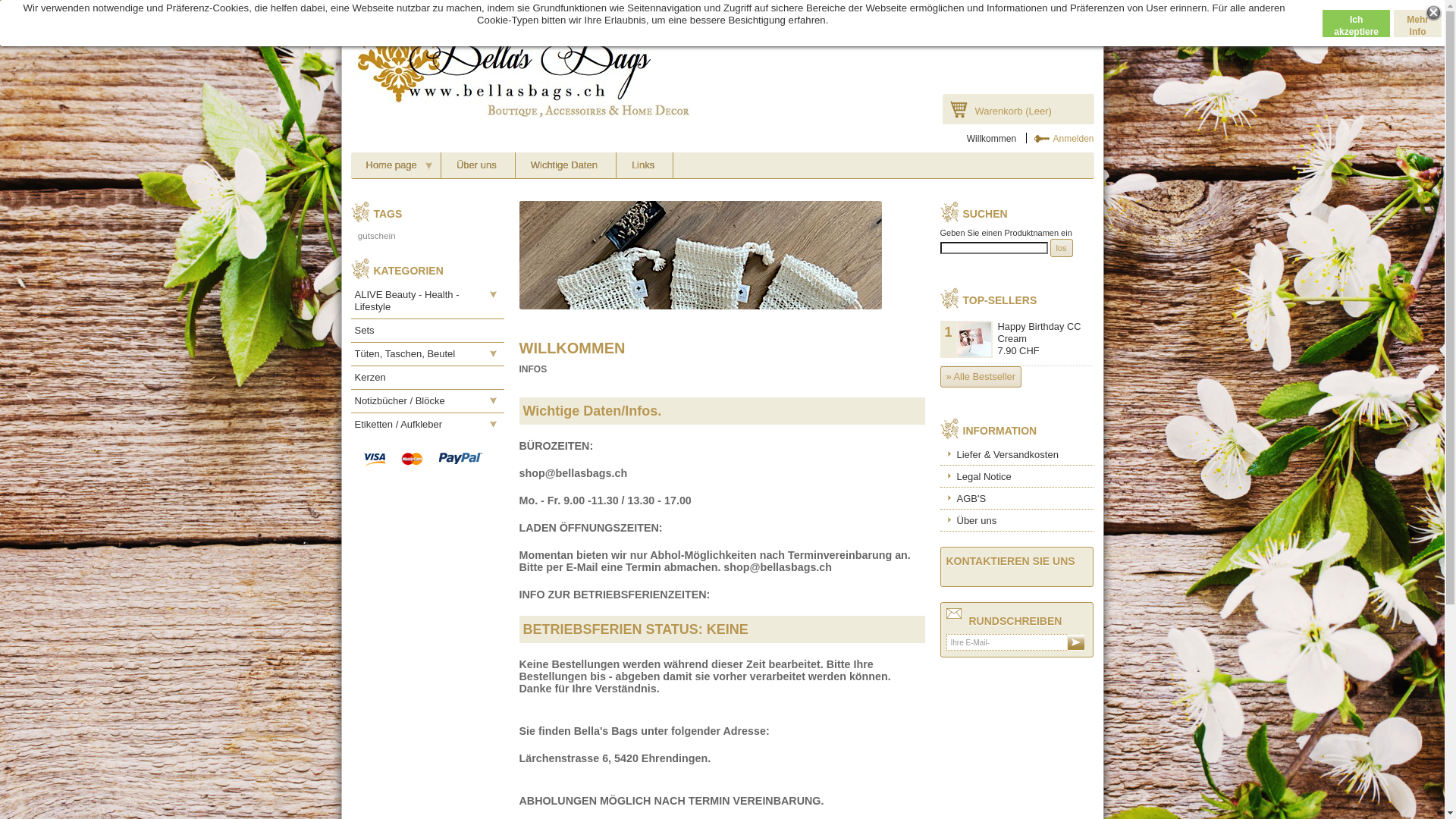 The width and height of the screenshot is (1456, 819). What do you see at coordinates (962, 300) in the screenshot?
I see `'TOP-SELLERS'` at bounding box center [962, 300].